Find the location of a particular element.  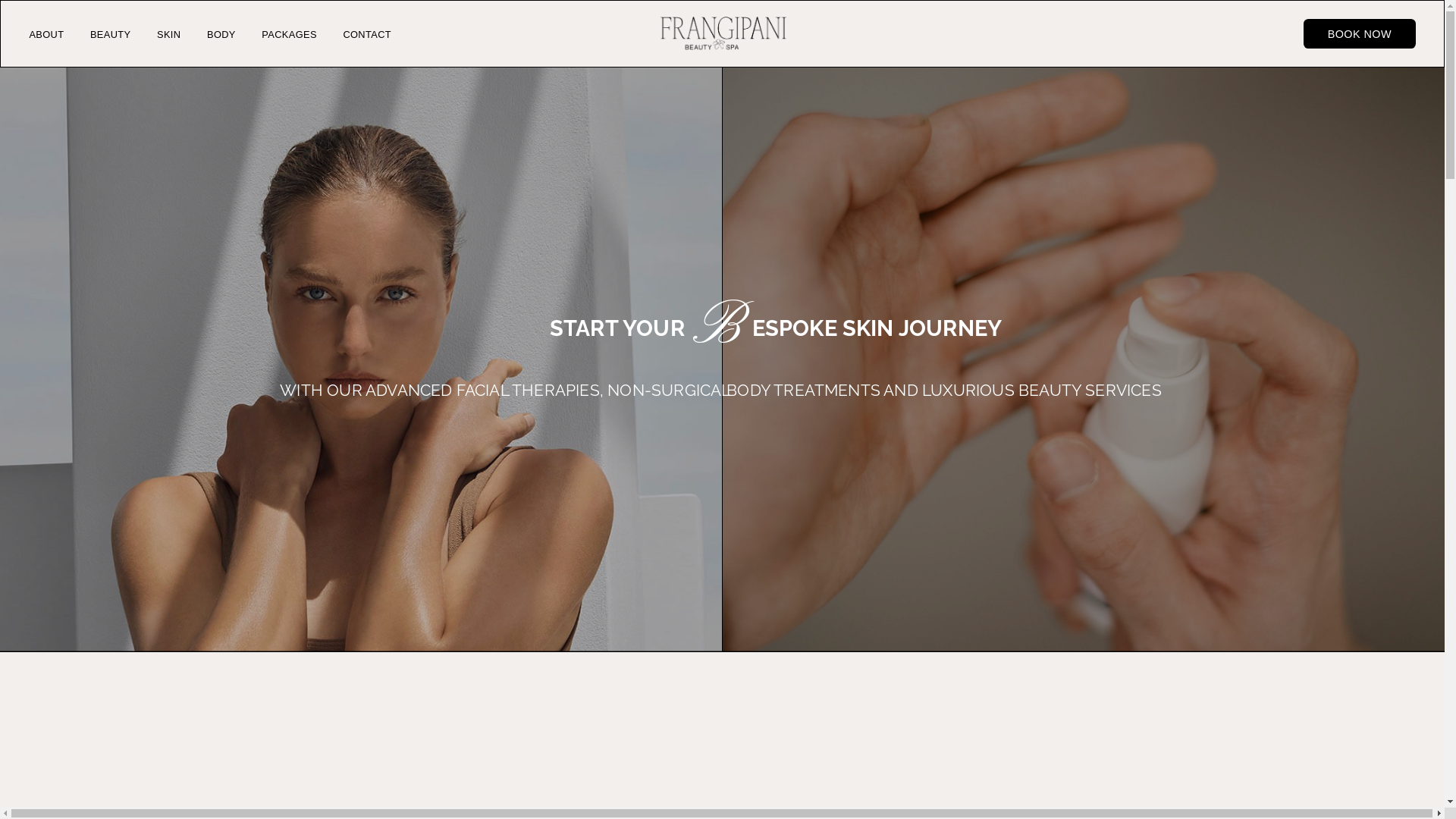

'BODY' is located at coordinates (221, 34).